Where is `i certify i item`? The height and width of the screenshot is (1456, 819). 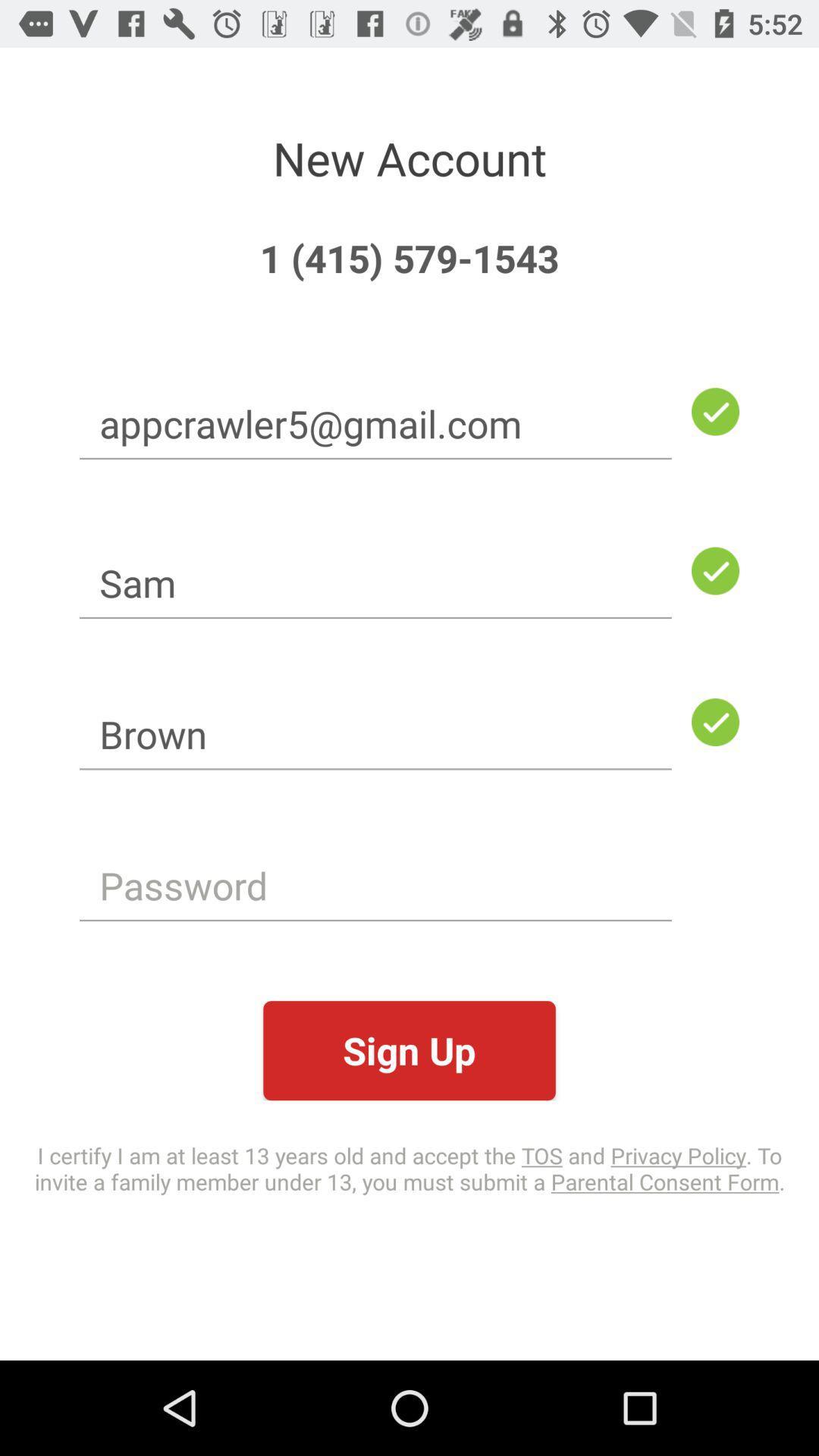
i certify i item is located at coordinates (409, 1167).